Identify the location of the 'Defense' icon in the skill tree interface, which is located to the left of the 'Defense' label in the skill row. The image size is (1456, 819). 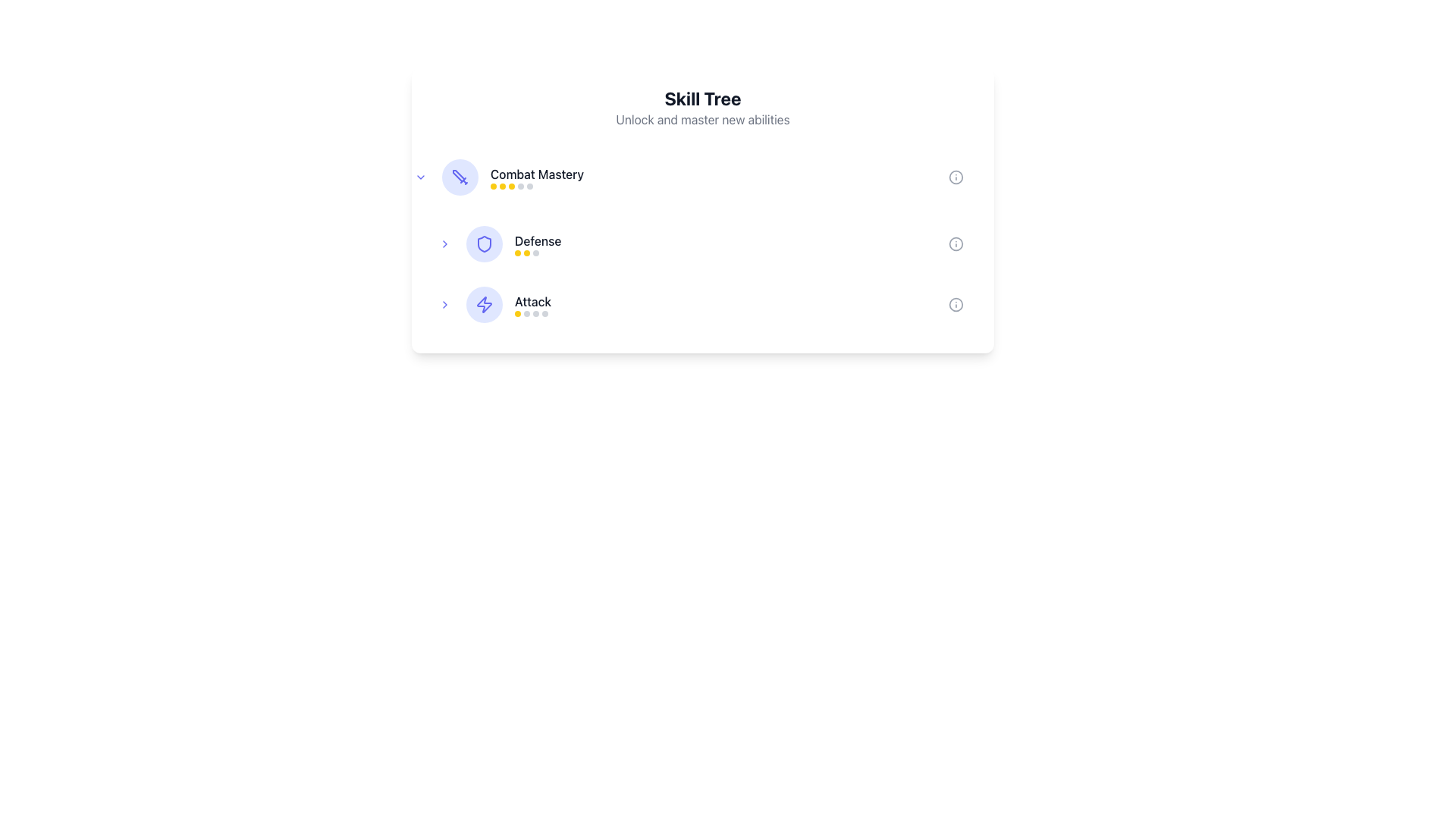
(483, 243).